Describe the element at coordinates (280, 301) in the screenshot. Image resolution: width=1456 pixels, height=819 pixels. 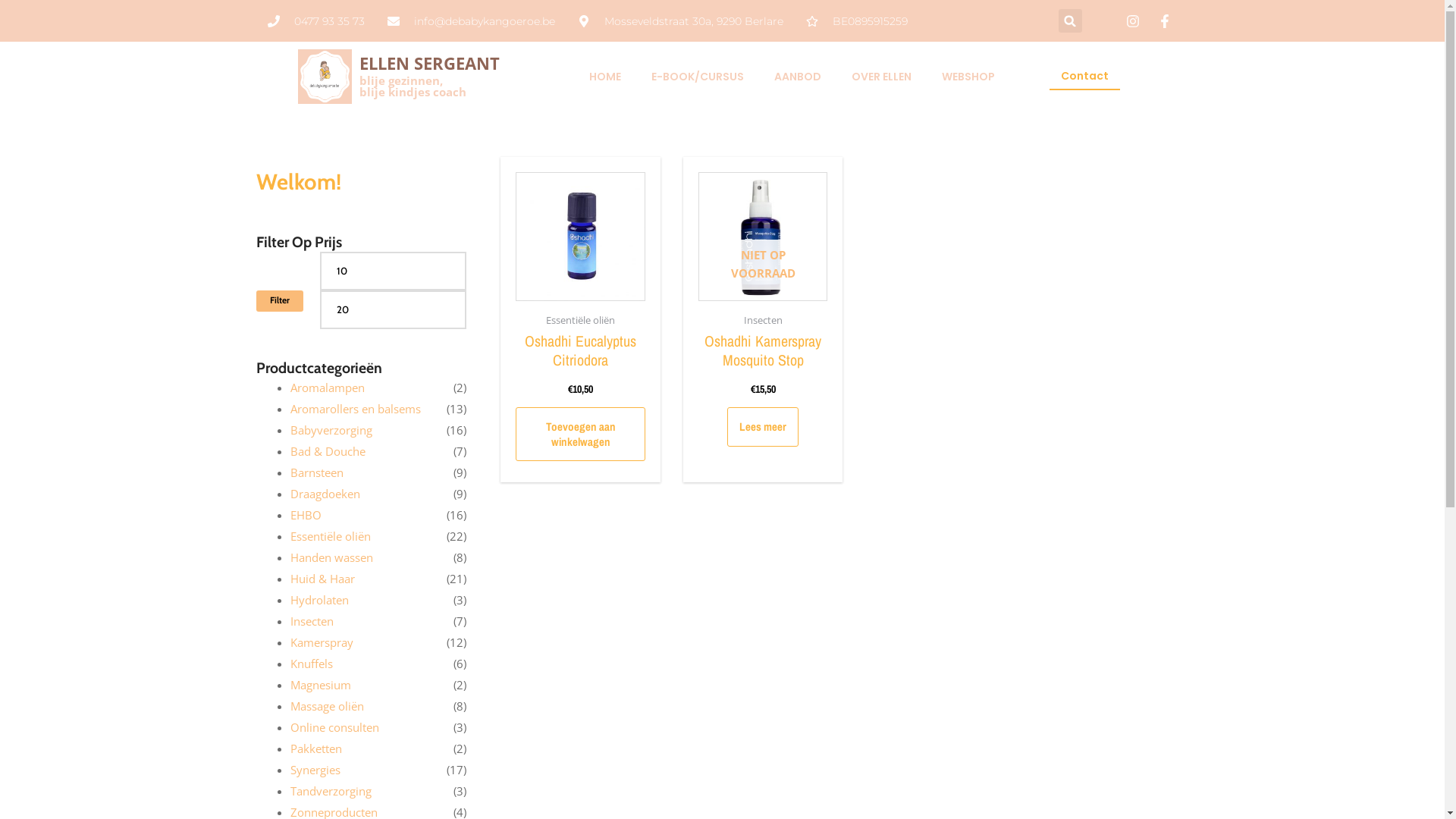
I see `'Filter'` at that location.